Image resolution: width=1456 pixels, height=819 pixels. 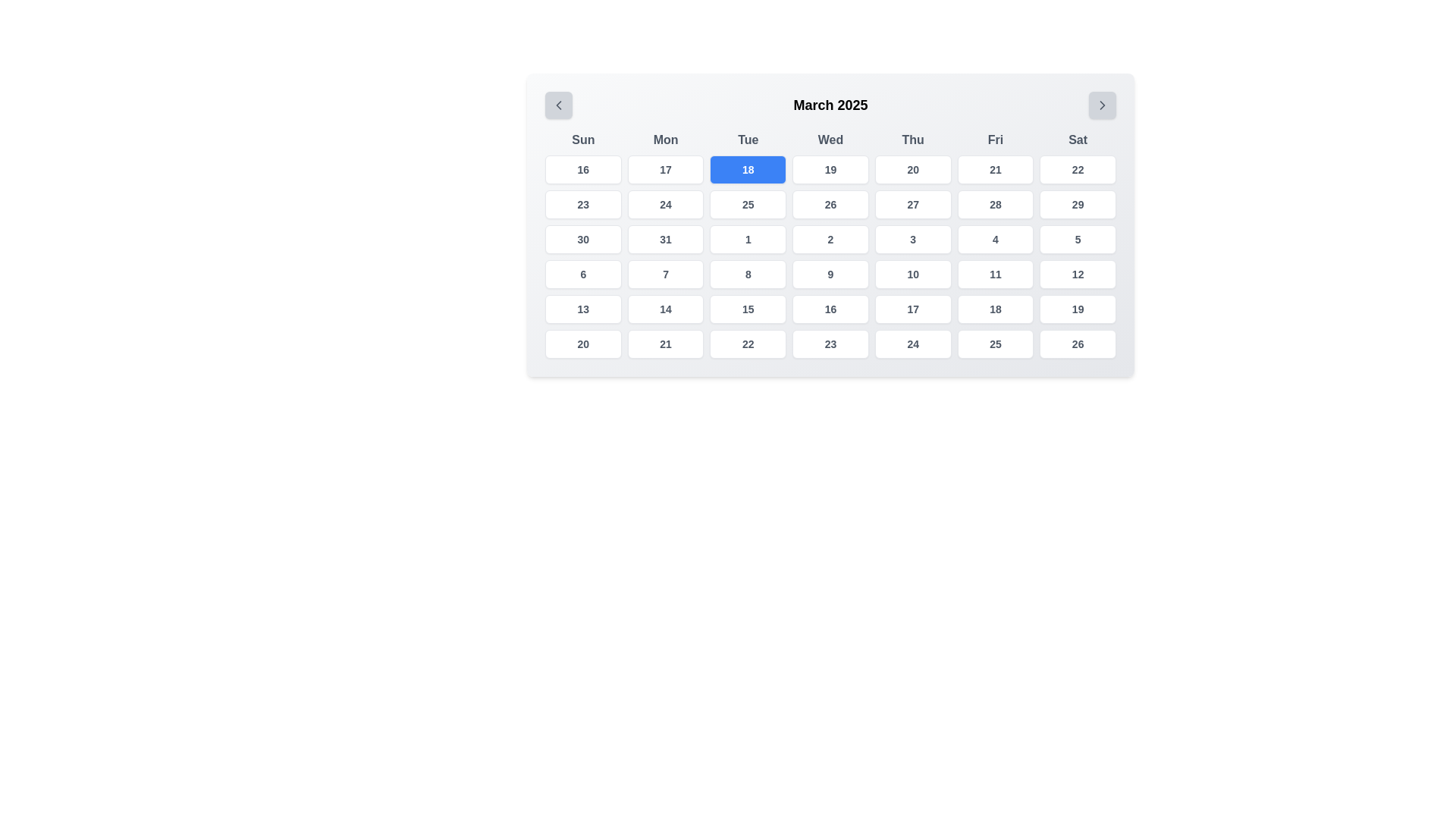 I want to click on the clickable calendar cell displaying '13', which has rounded corners and a shadow effect, from its position in the grid-based calendar interface, so click(x=582, y=309).